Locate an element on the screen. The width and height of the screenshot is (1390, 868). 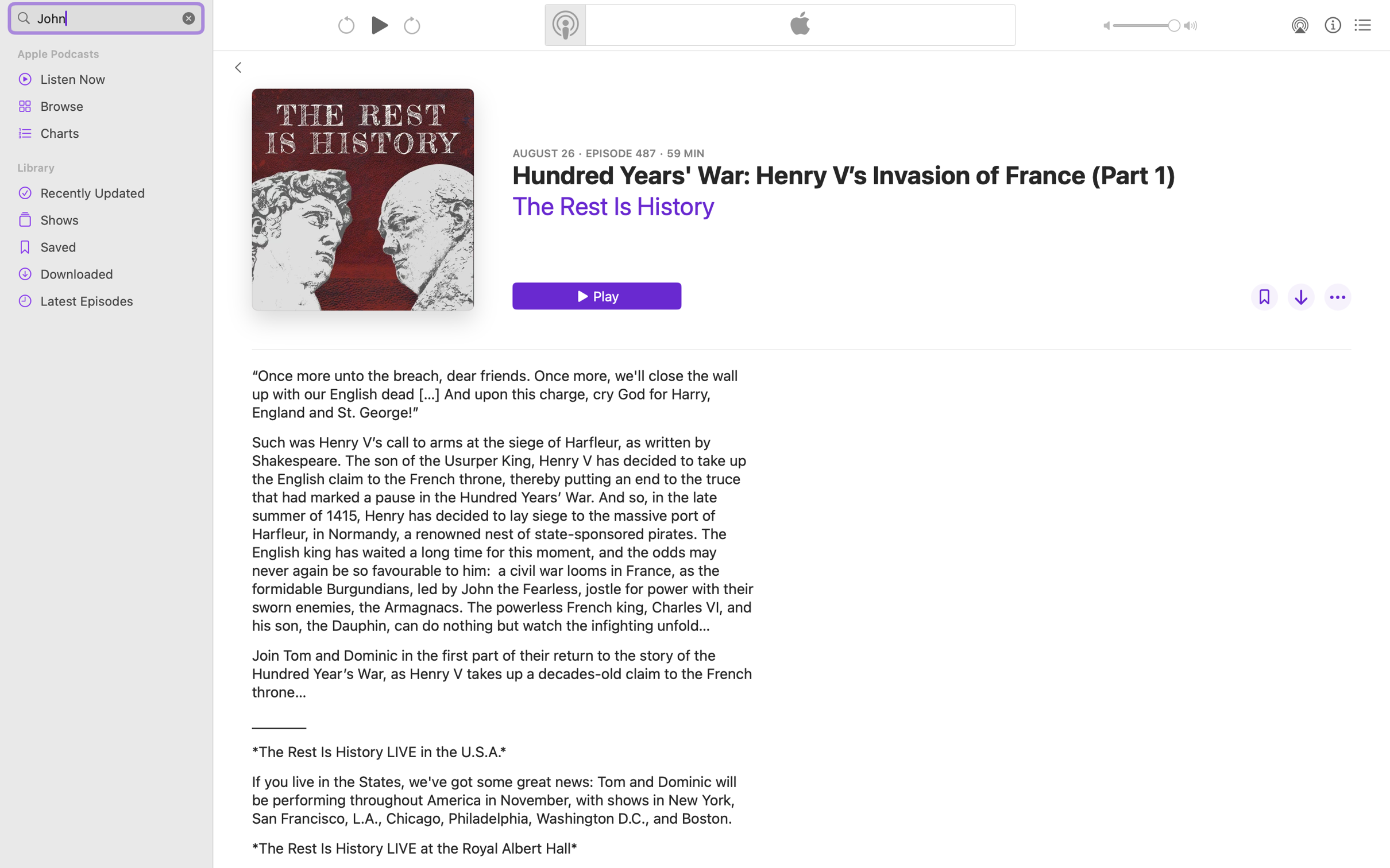
'1.0' is located at coordinates (1146, 25).